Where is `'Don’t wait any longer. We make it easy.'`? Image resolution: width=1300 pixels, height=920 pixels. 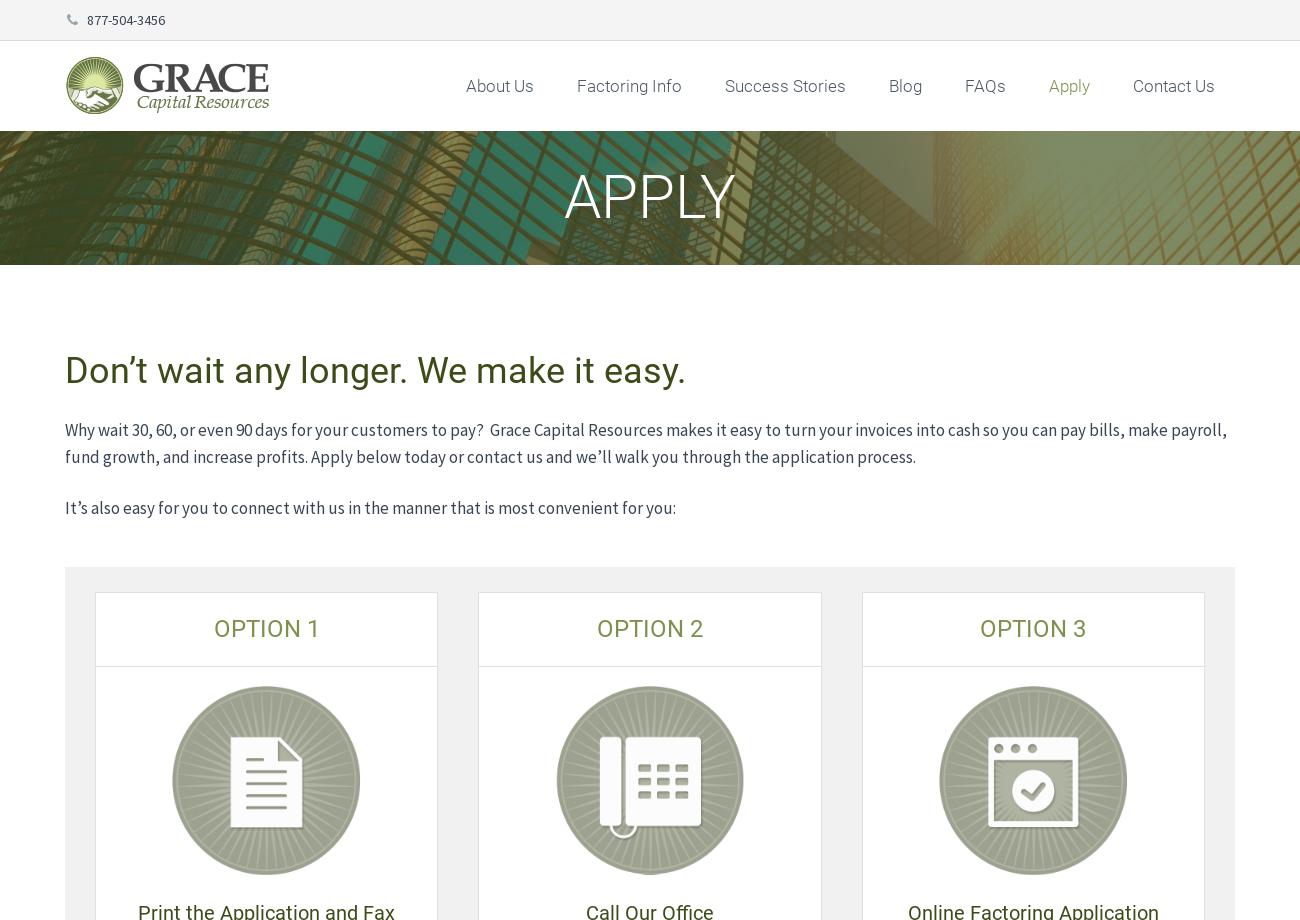
'Don’t wait any longer. We make it easy.' is located at coordinates (65, 369).